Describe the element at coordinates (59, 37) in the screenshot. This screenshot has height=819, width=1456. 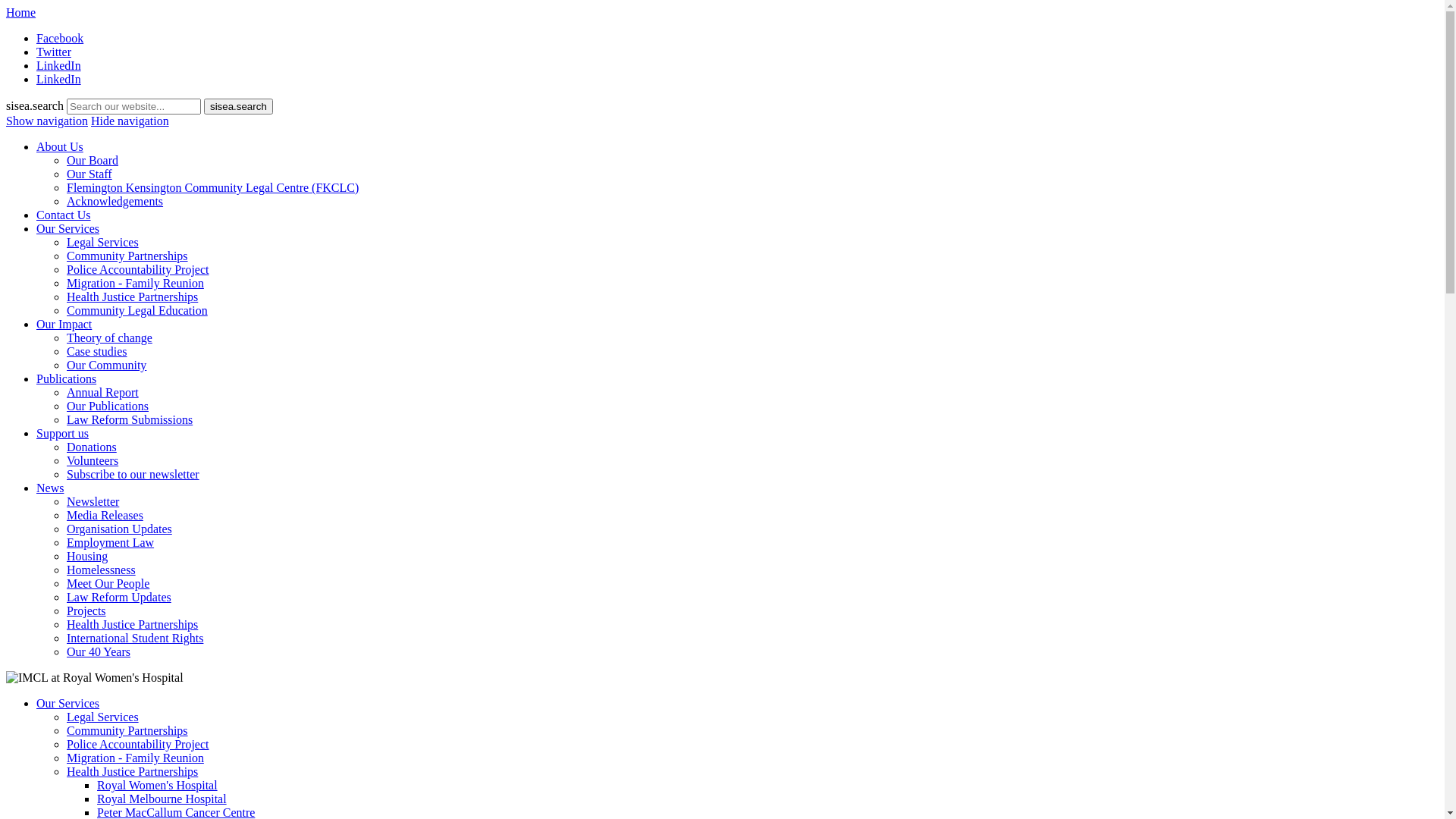
I see `'Facebook'` at that location.